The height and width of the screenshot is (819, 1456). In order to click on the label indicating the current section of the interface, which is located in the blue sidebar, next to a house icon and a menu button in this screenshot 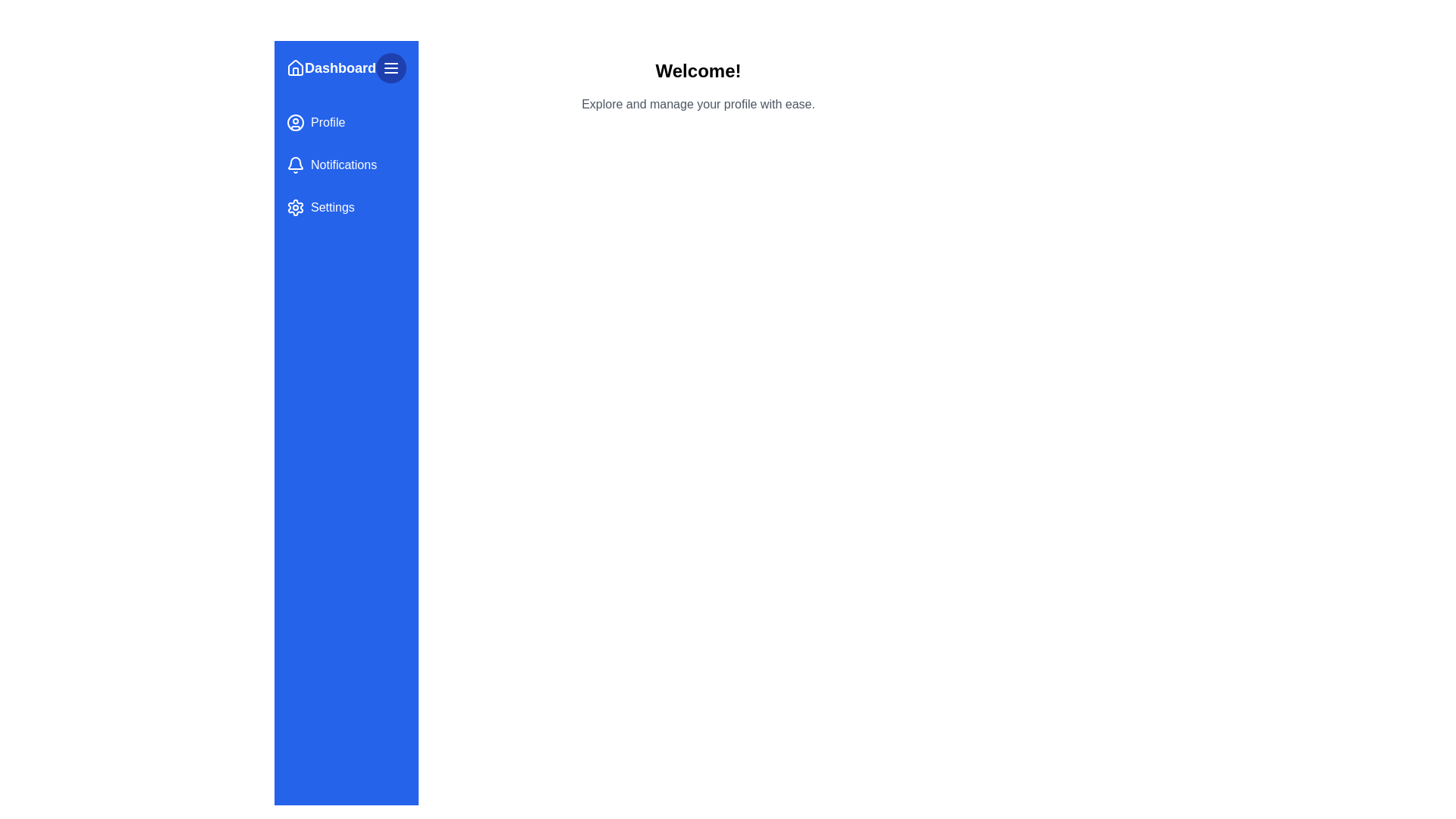, I will do `click(340, 67)`.